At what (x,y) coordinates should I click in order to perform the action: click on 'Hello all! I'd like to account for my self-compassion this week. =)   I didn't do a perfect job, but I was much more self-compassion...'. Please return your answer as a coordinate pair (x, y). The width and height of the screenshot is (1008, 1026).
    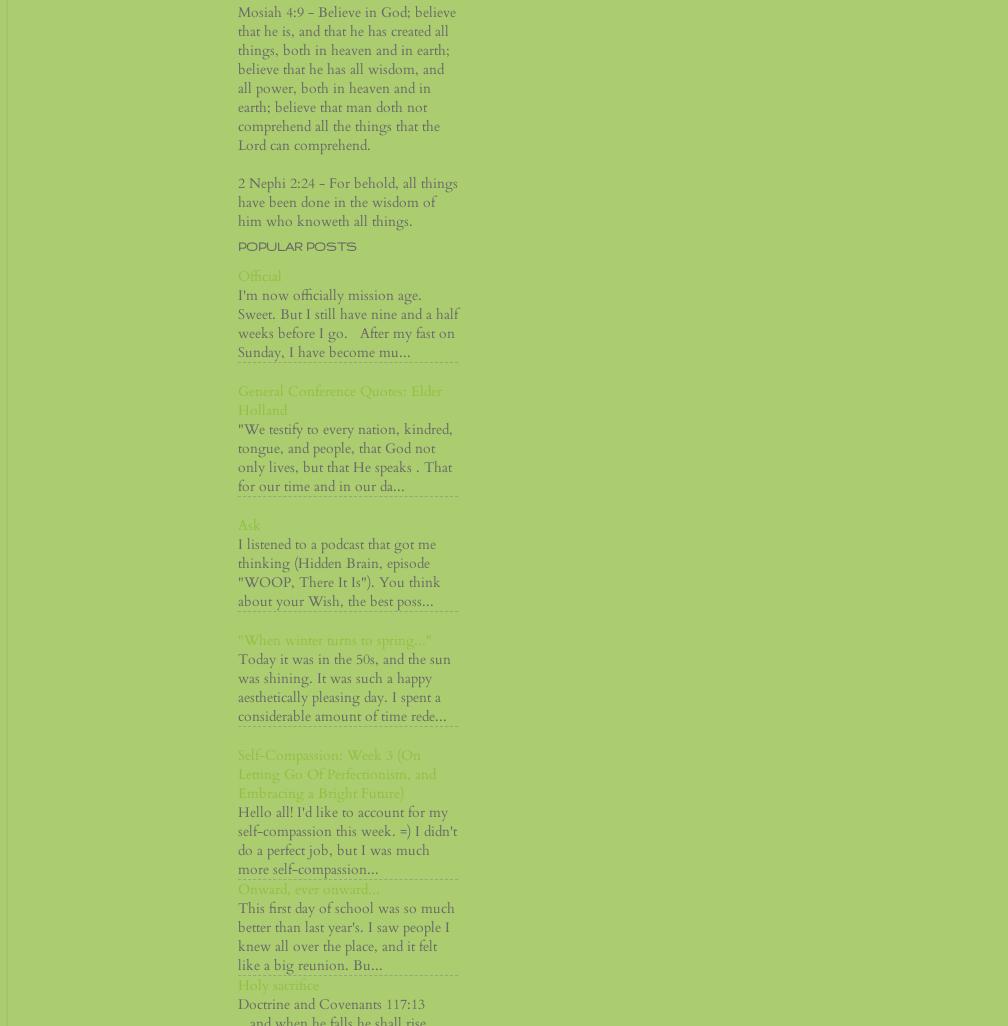
    Looking at the image, I should click on (347, 841).